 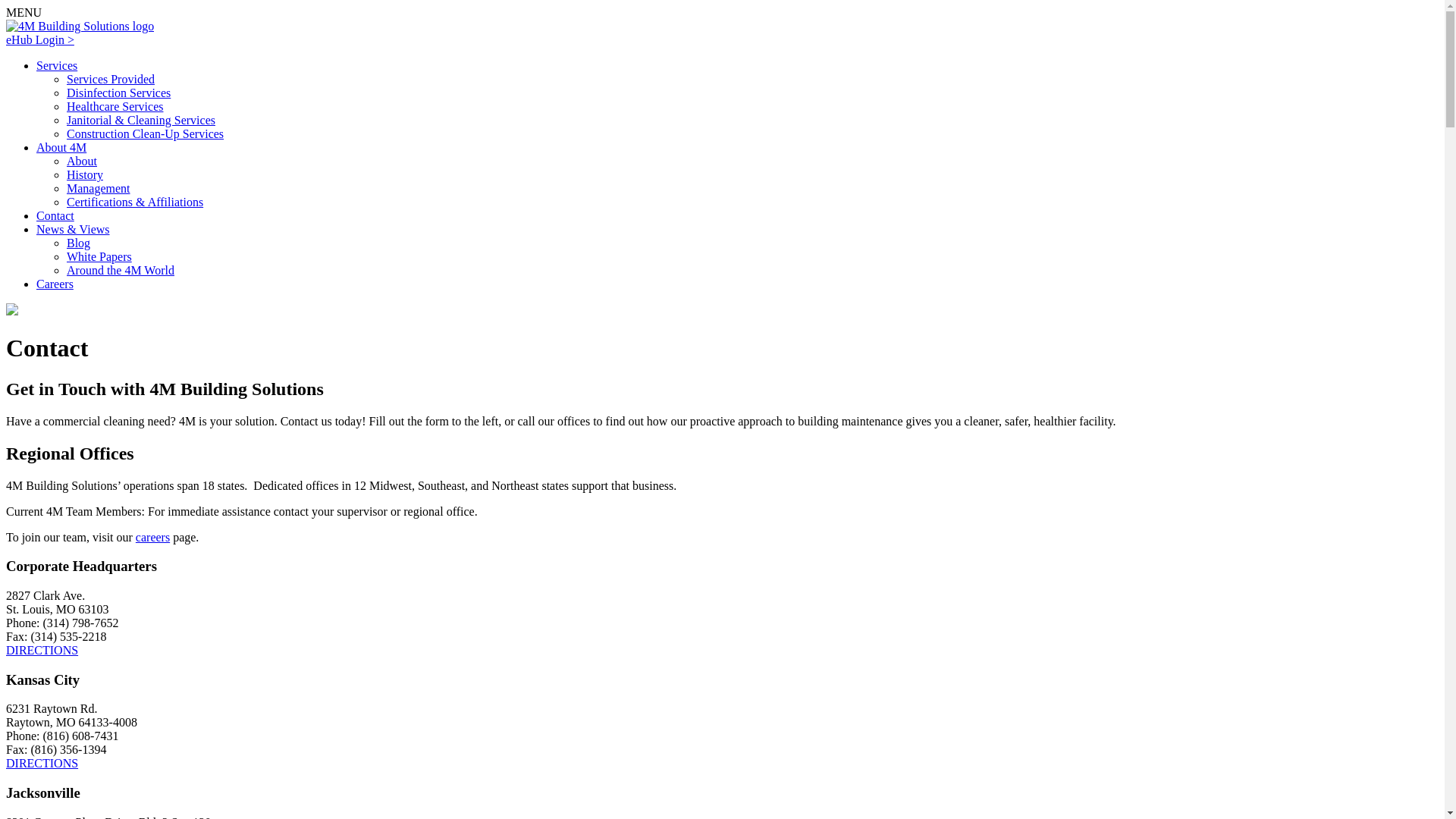 What do you see at coordinates (55, 215) in the screenshot?
I see `'Contact'` at bounding box center [55, 215].